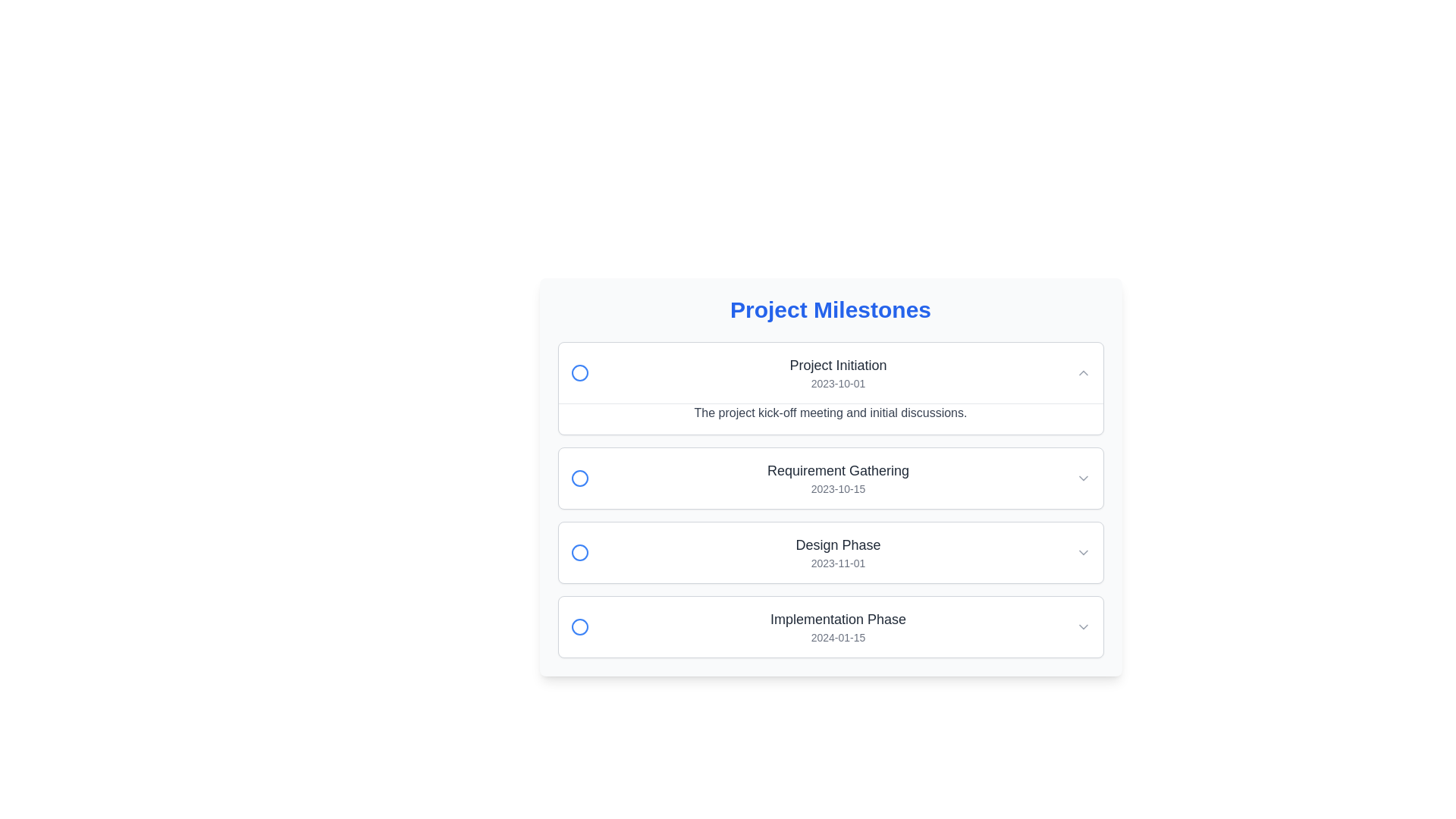 The width and height of the screenshot is (1456, 819). I want to click on text information displayed in the header and date of the project milestone located in the first item of the 'Project Milestones' list, positioned centrally above the project kickoff subtitle, so click(837, 373).